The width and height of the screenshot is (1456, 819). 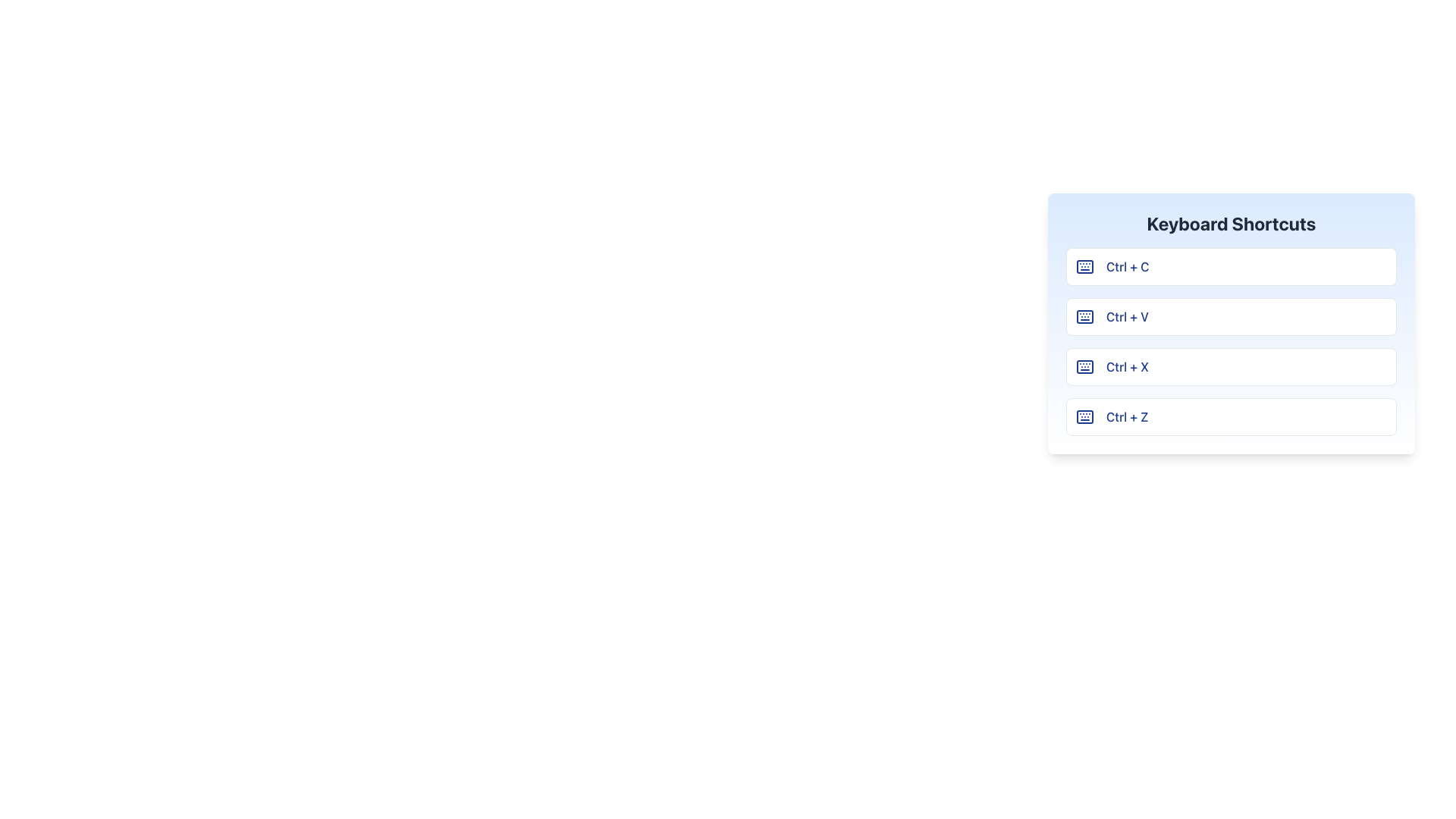 I want to click on the keyboard icon located to the left of the text 'Ctrl + V', which features a rectangular outline and small key-like shapes styled in blue, so click(x=1084, y=315).